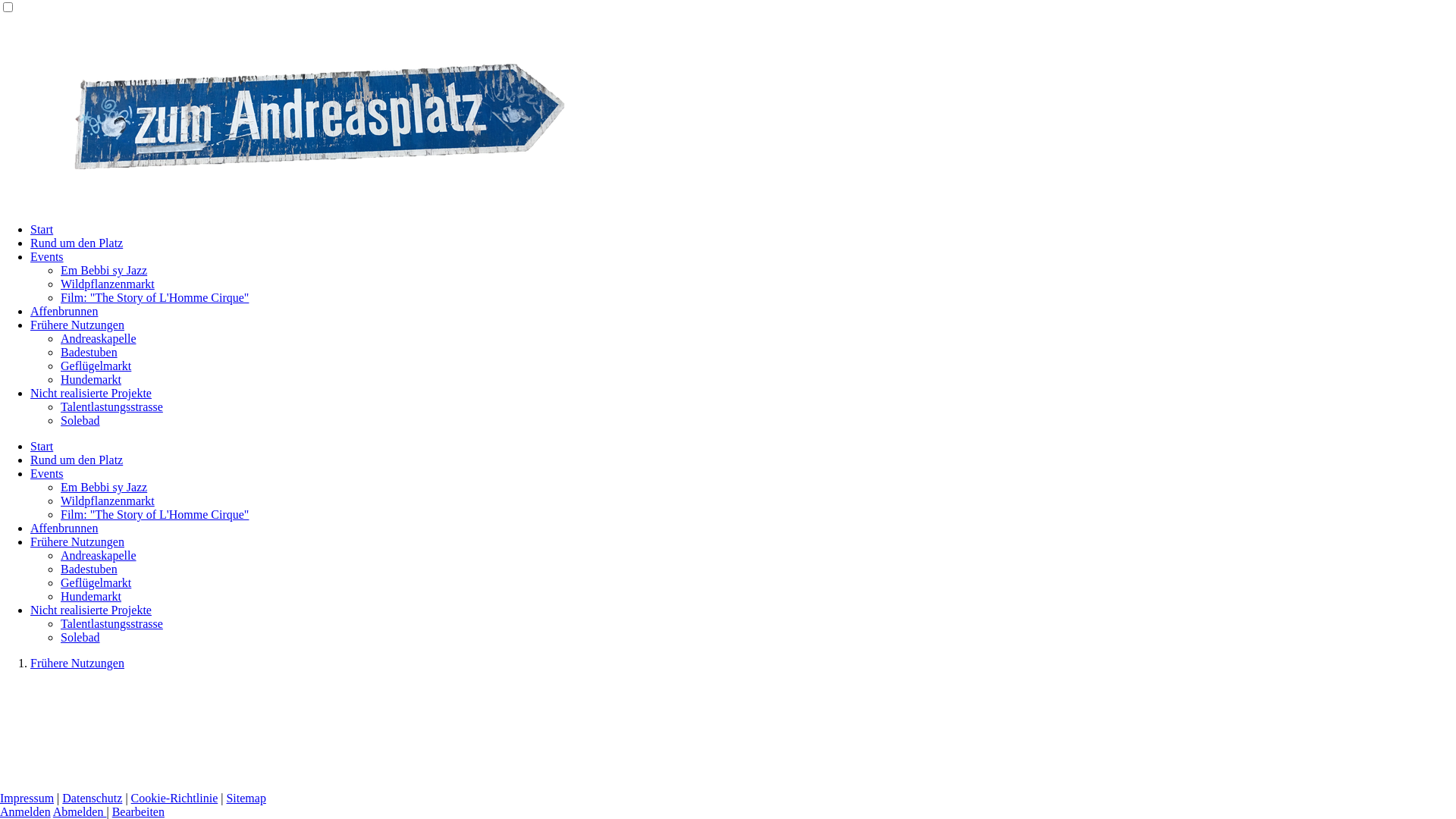  What do you see at coordinates (111, 406) in the screenshot?
I see `'Talentlastungsstrasse'` at bounding box center [111, 406].